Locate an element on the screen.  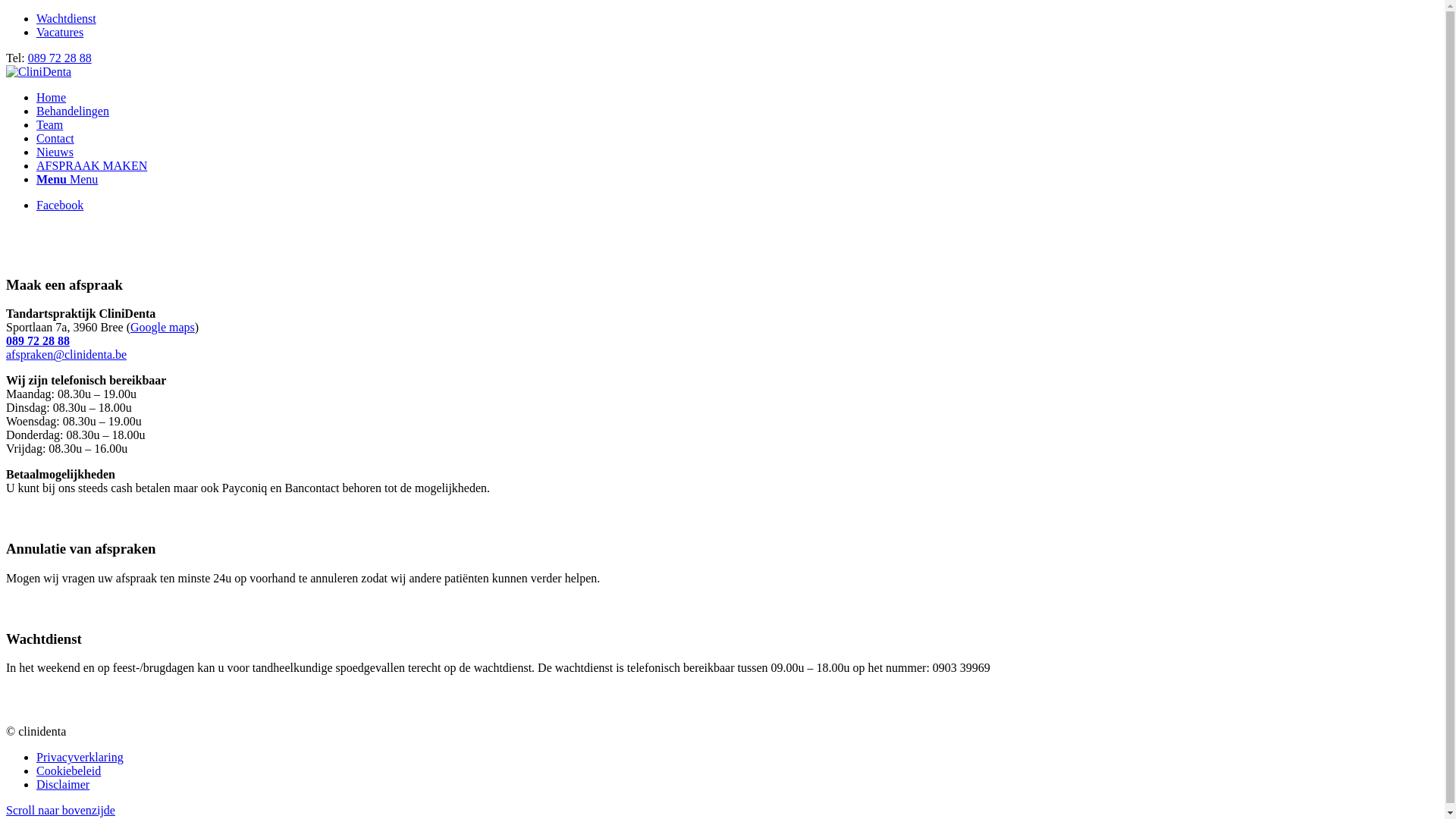
'Scroll naar bovenzijde' is located at coordinates (6, 809).